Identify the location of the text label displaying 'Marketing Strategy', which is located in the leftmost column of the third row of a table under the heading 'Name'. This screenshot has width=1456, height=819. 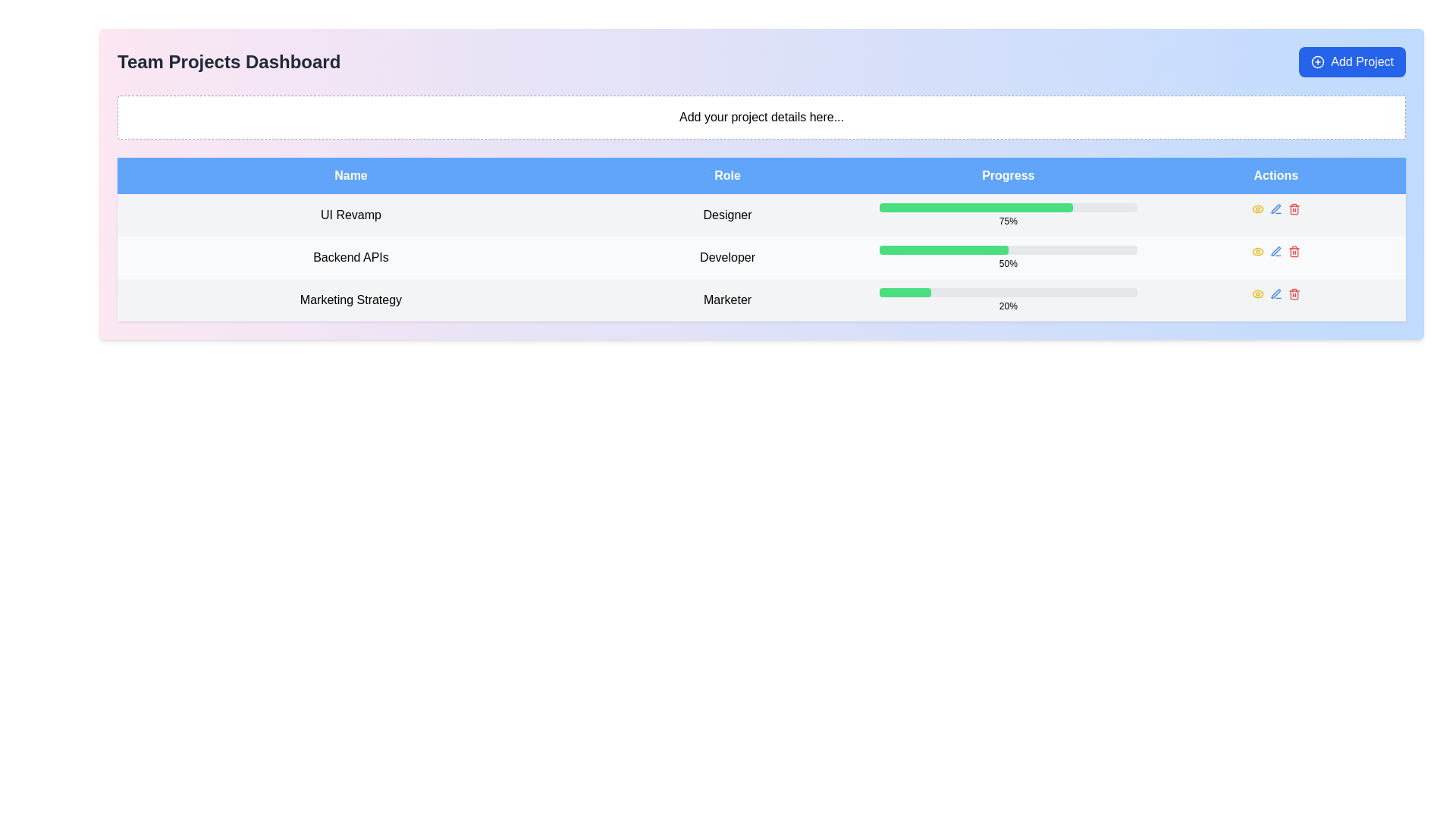
(350, 300).